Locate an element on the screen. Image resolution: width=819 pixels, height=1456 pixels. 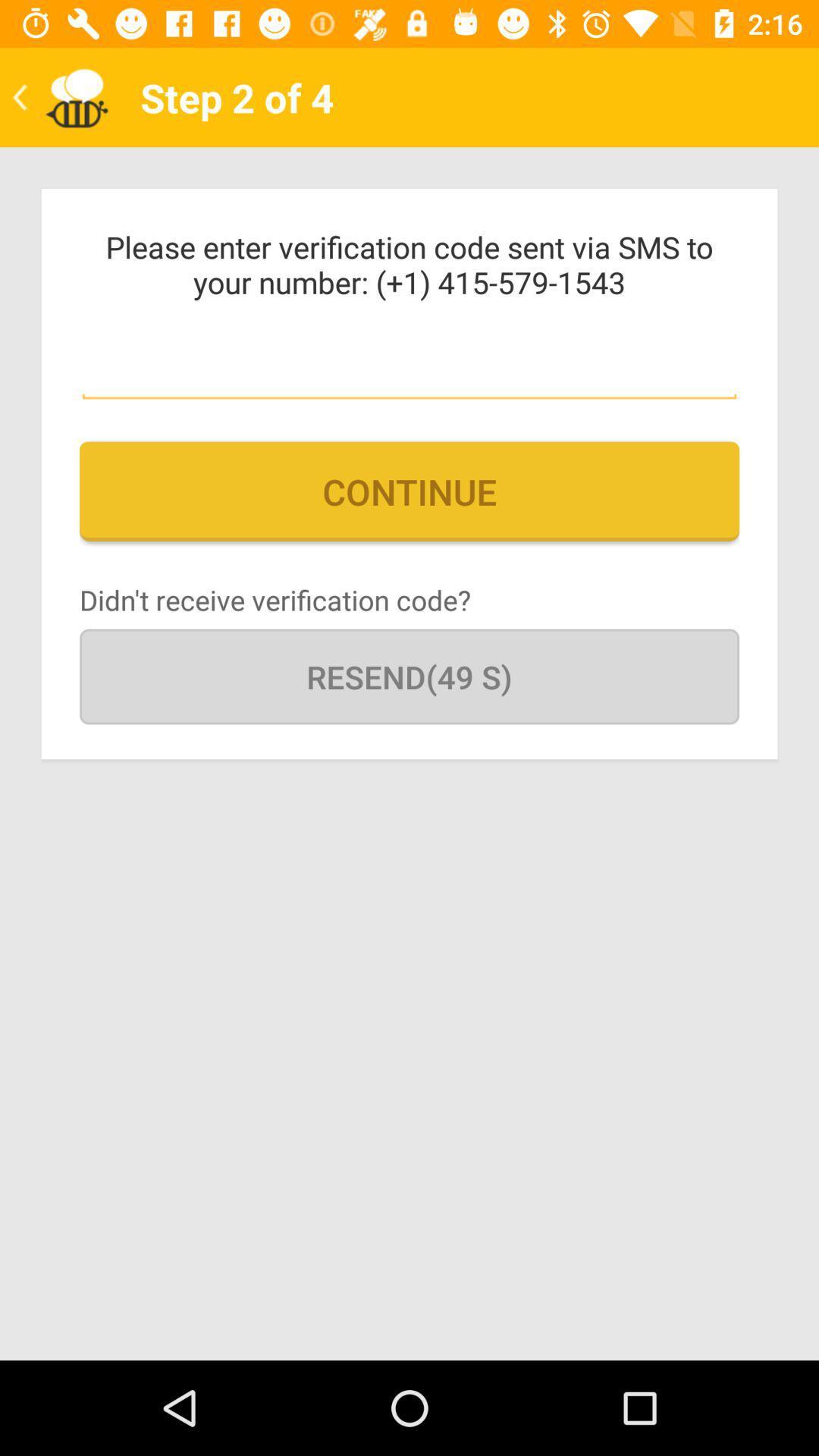
the continue is located at coordinates (409, 491).